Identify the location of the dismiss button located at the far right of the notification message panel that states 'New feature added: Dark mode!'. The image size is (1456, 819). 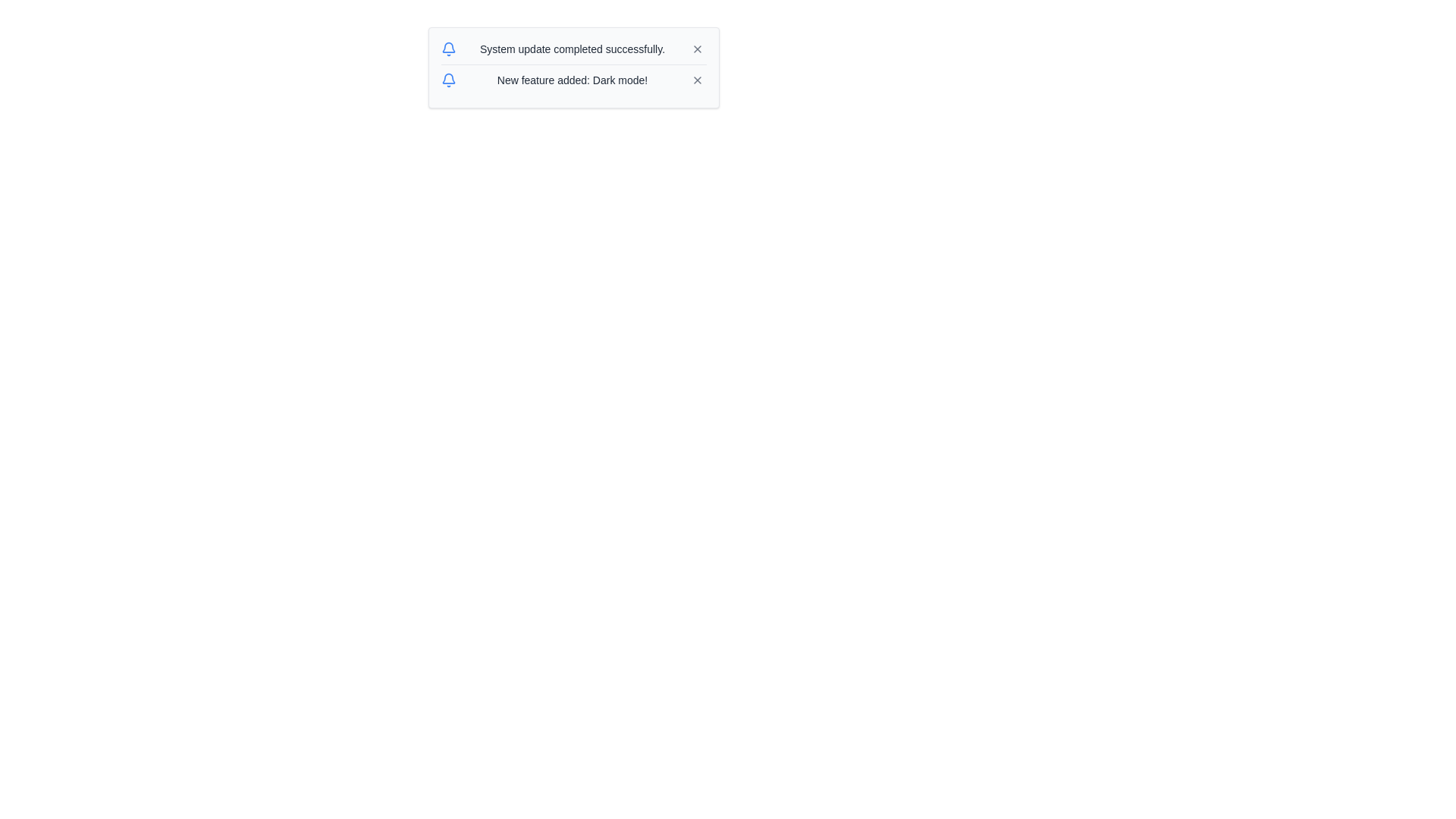
(697, 80).